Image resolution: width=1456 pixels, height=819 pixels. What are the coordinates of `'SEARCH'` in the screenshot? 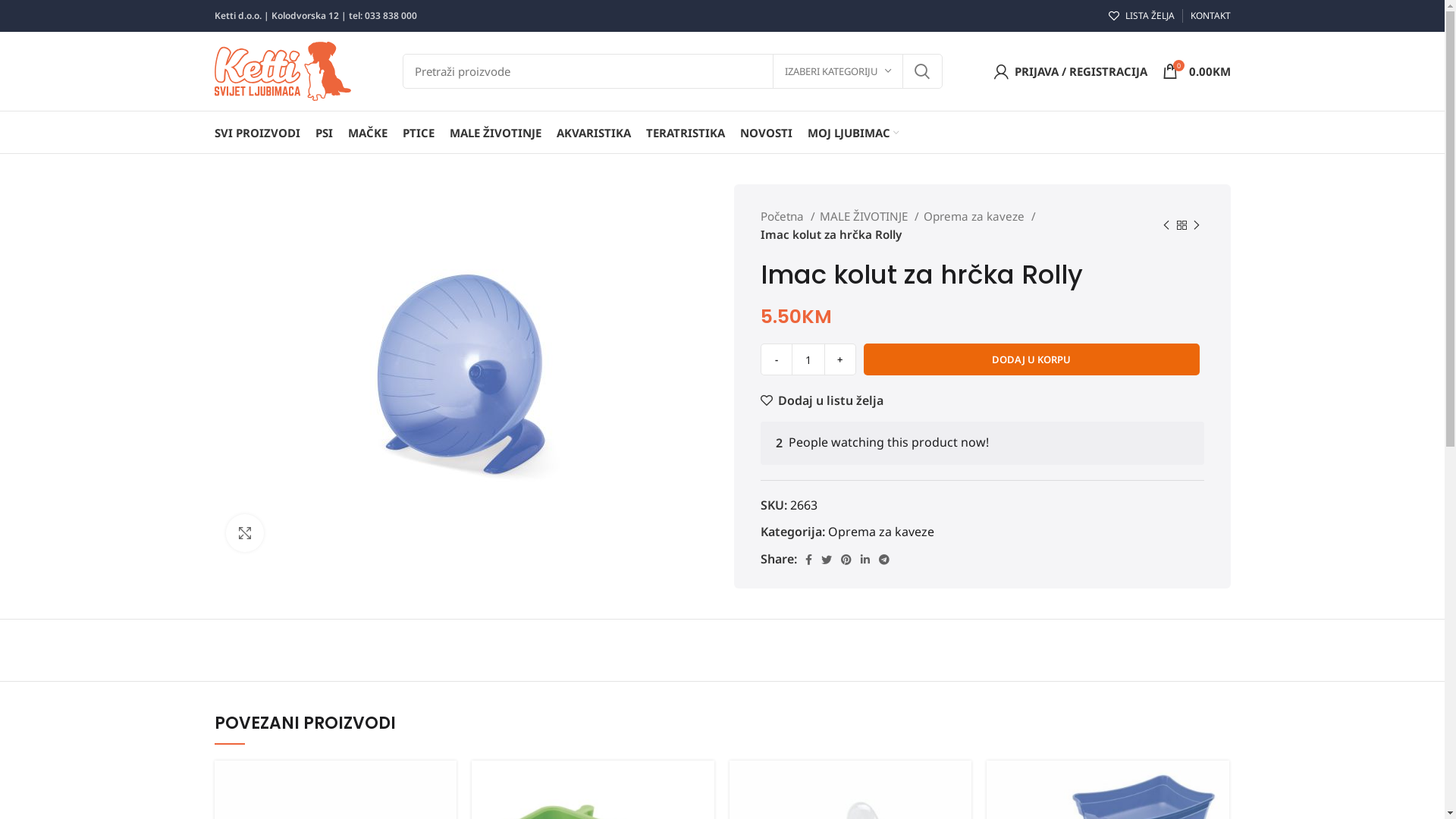 It's located at (920, 71).